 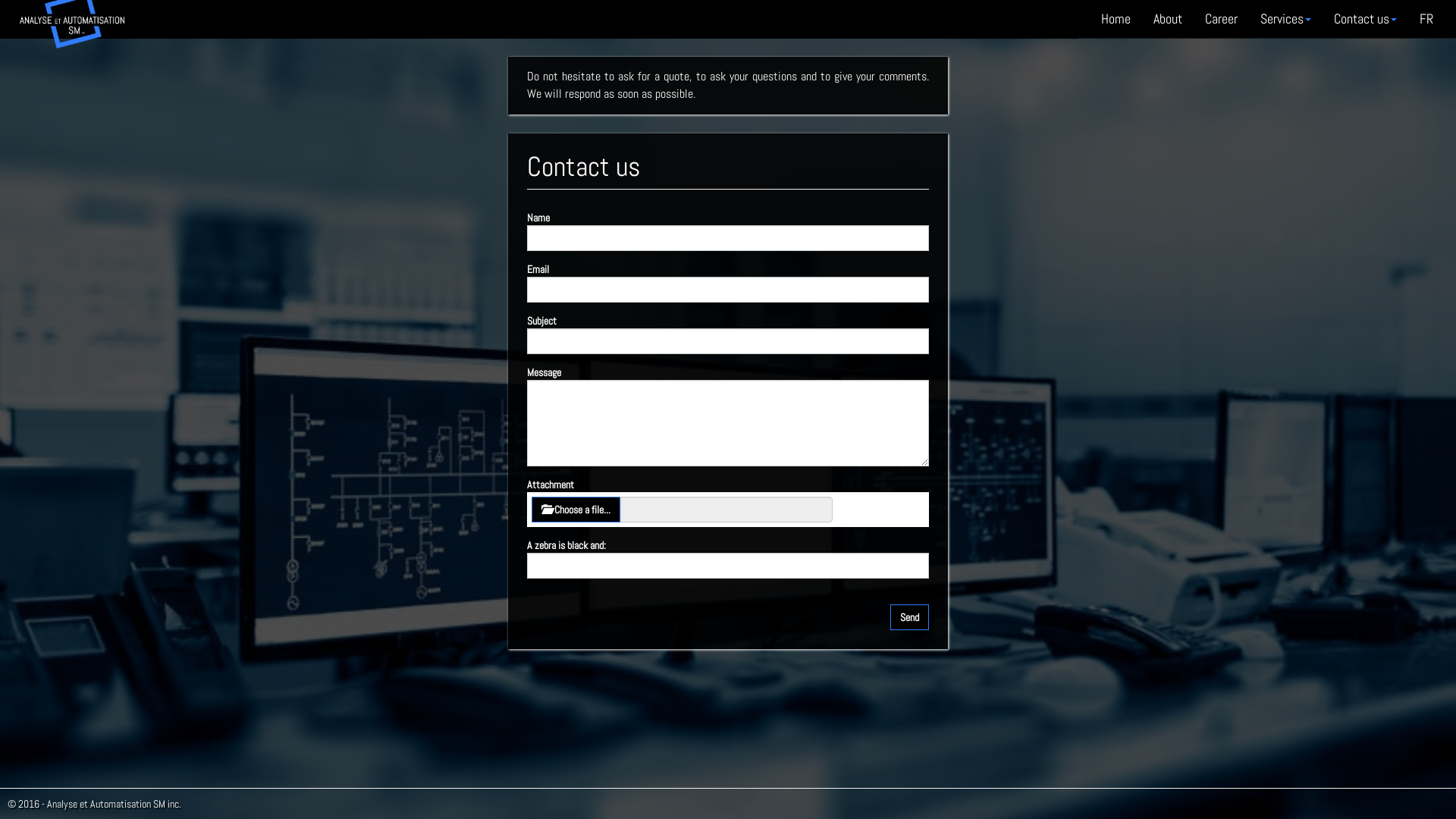 I want to click on 'Services', so click(x=1285, y=18).